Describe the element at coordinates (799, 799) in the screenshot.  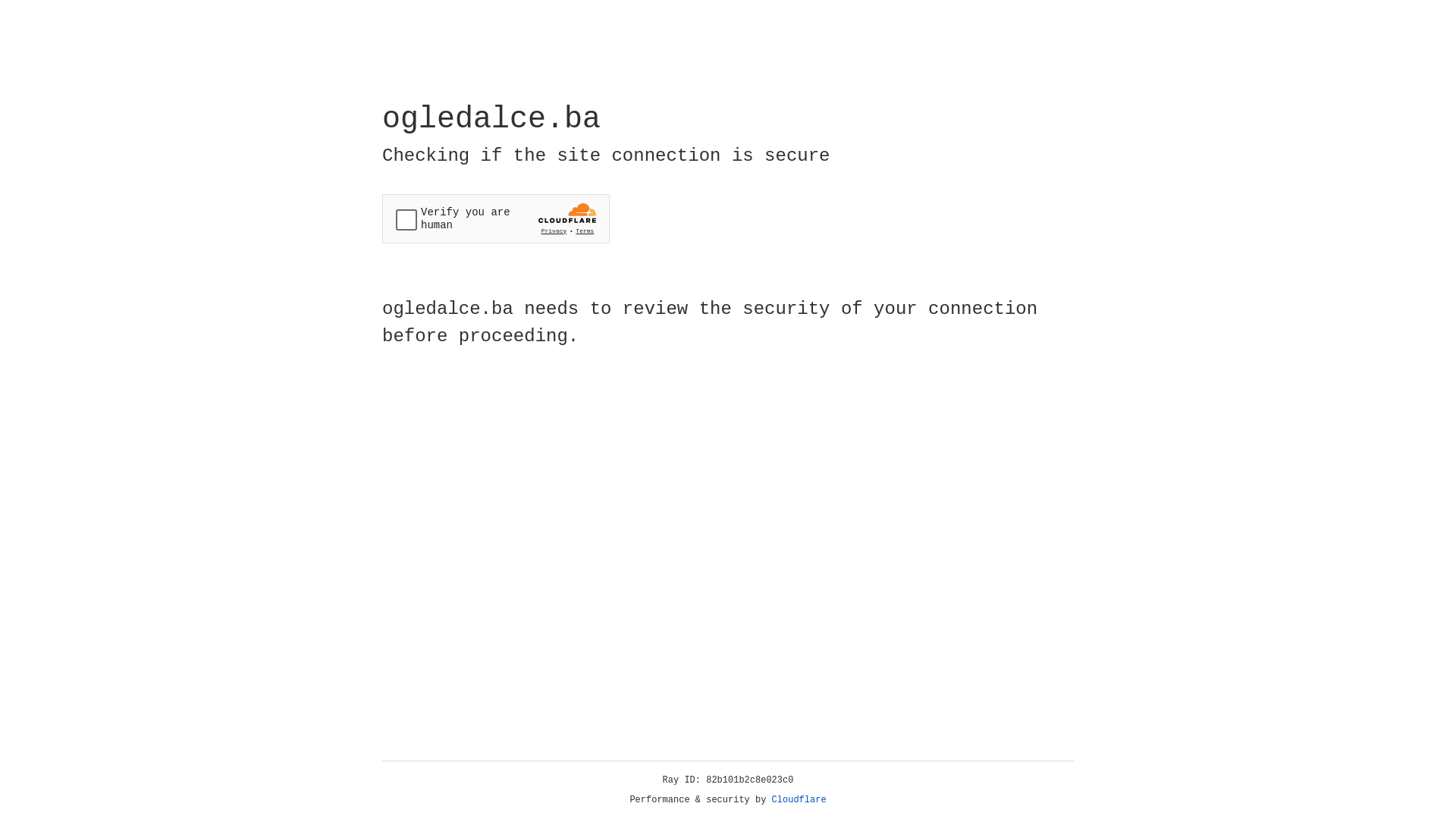
I see `'Cloudflare'` at that location.